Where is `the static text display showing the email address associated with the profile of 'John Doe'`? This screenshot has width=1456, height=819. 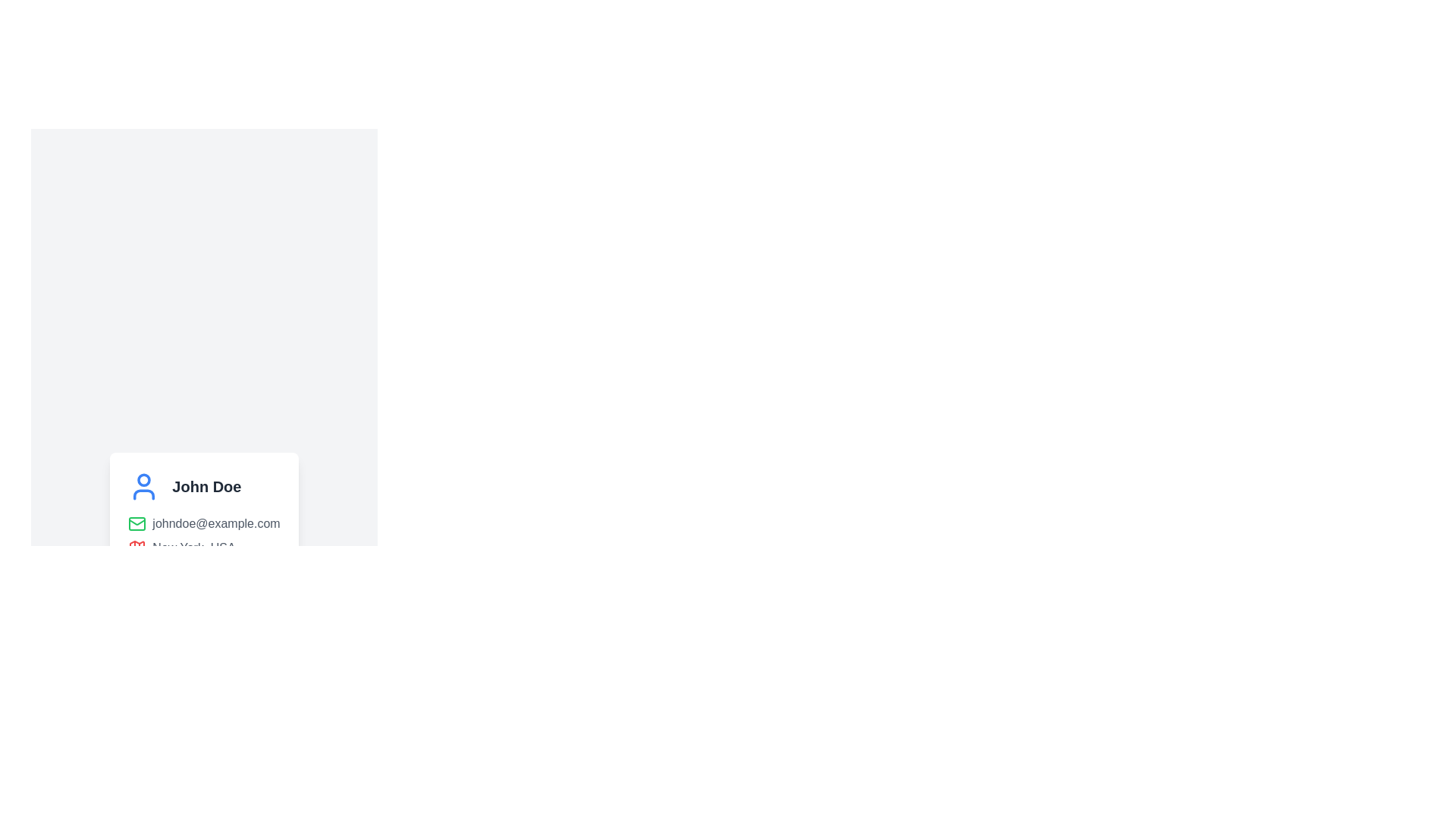
the static text display showing the email address associated with the profile of 'John Doe' is located at coordinates (215, 522).